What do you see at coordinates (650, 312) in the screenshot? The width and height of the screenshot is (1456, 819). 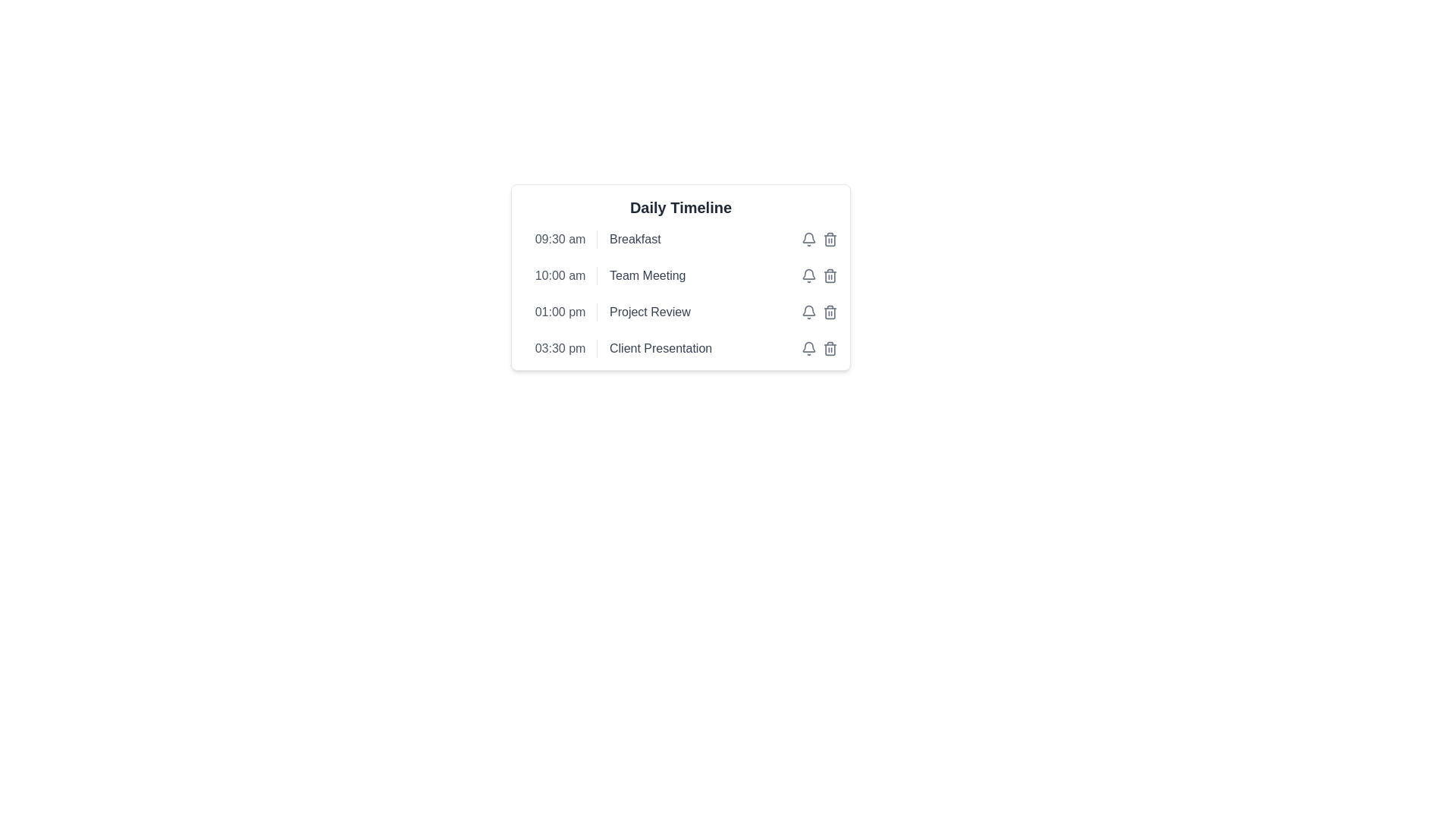 I see `the Text label in the 'Daily Timeline' list interface, which identifies the event scheduled at 01:00 pm, positioned to the right of the time and to the left of interactive icons` at bounding box center [650, 312].